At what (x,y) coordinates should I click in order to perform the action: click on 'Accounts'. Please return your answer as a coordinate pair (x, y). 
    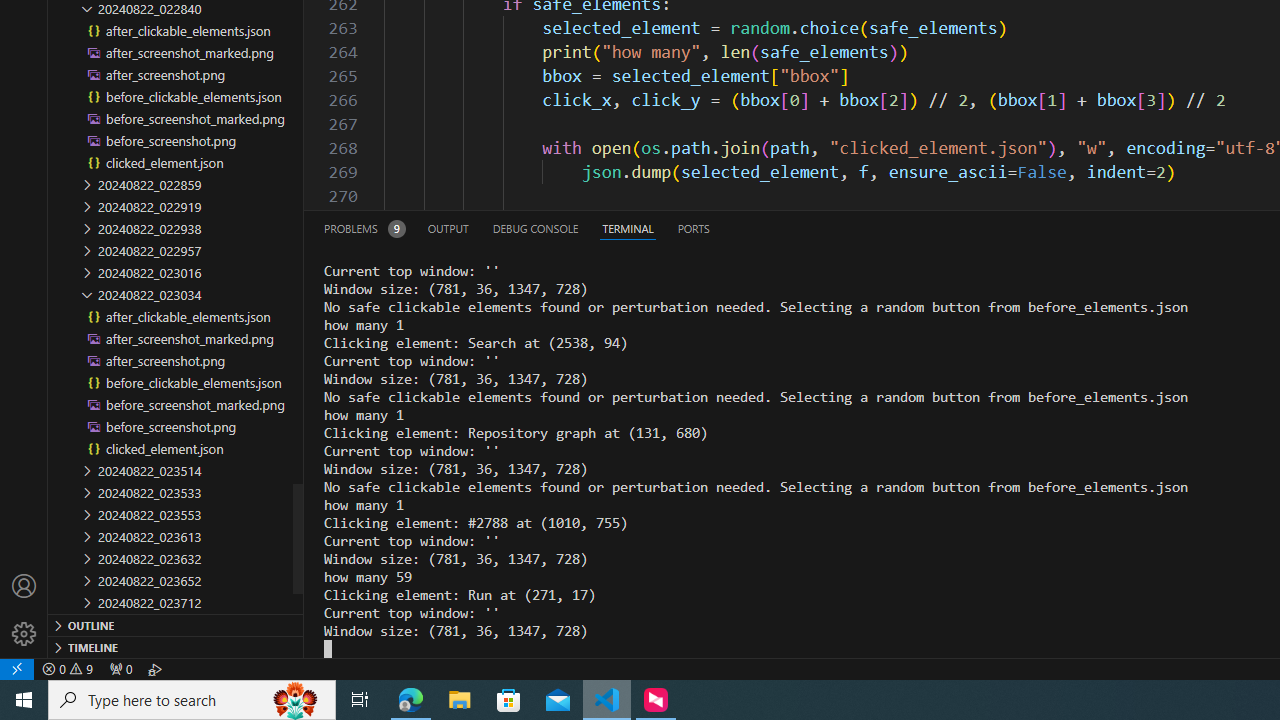
    Looking at the image, I should click on (24, 585).